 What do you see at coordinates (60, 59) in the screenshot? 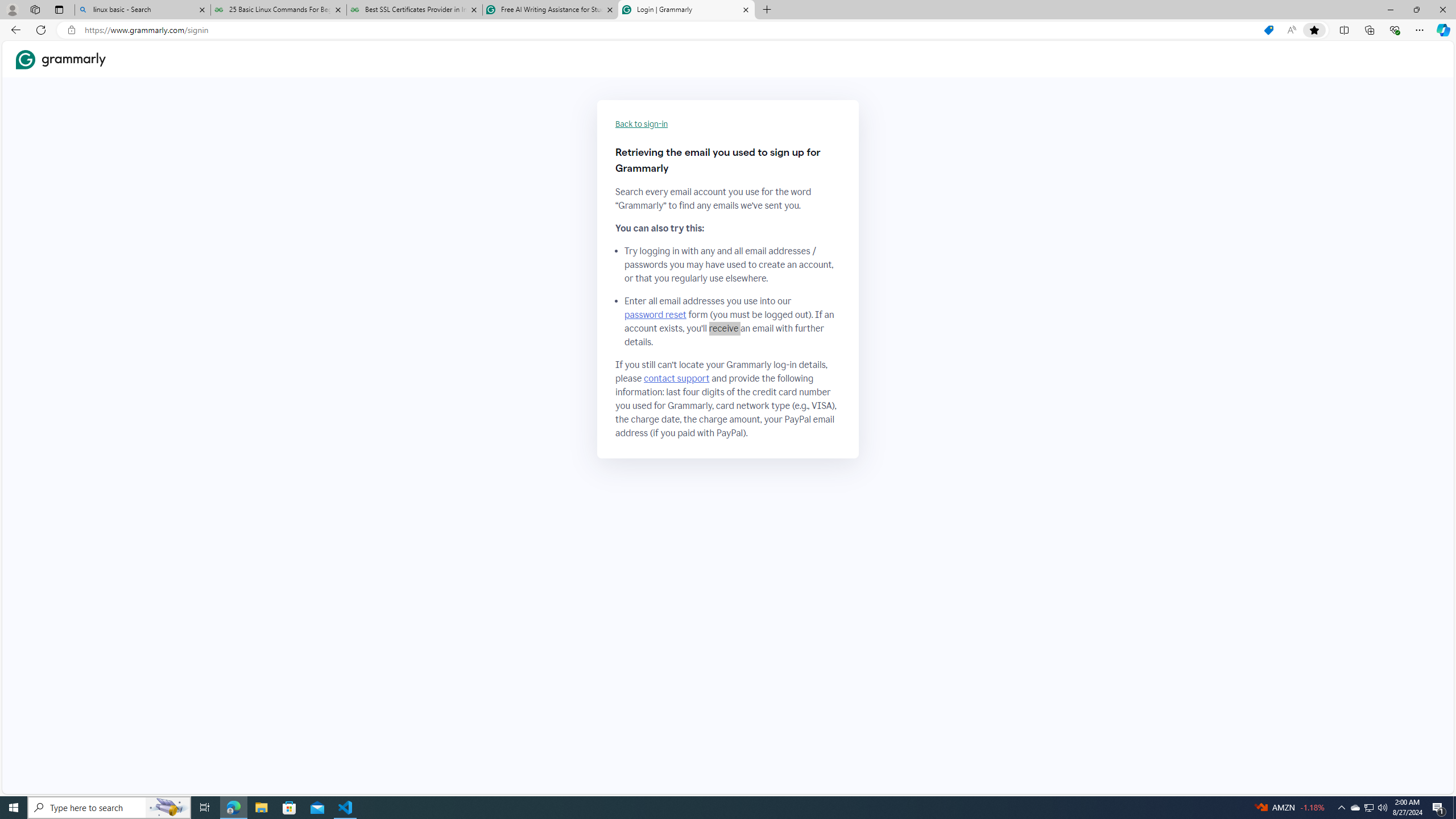
I see `'Grammarly Home'` at bounding box center [60, 59].